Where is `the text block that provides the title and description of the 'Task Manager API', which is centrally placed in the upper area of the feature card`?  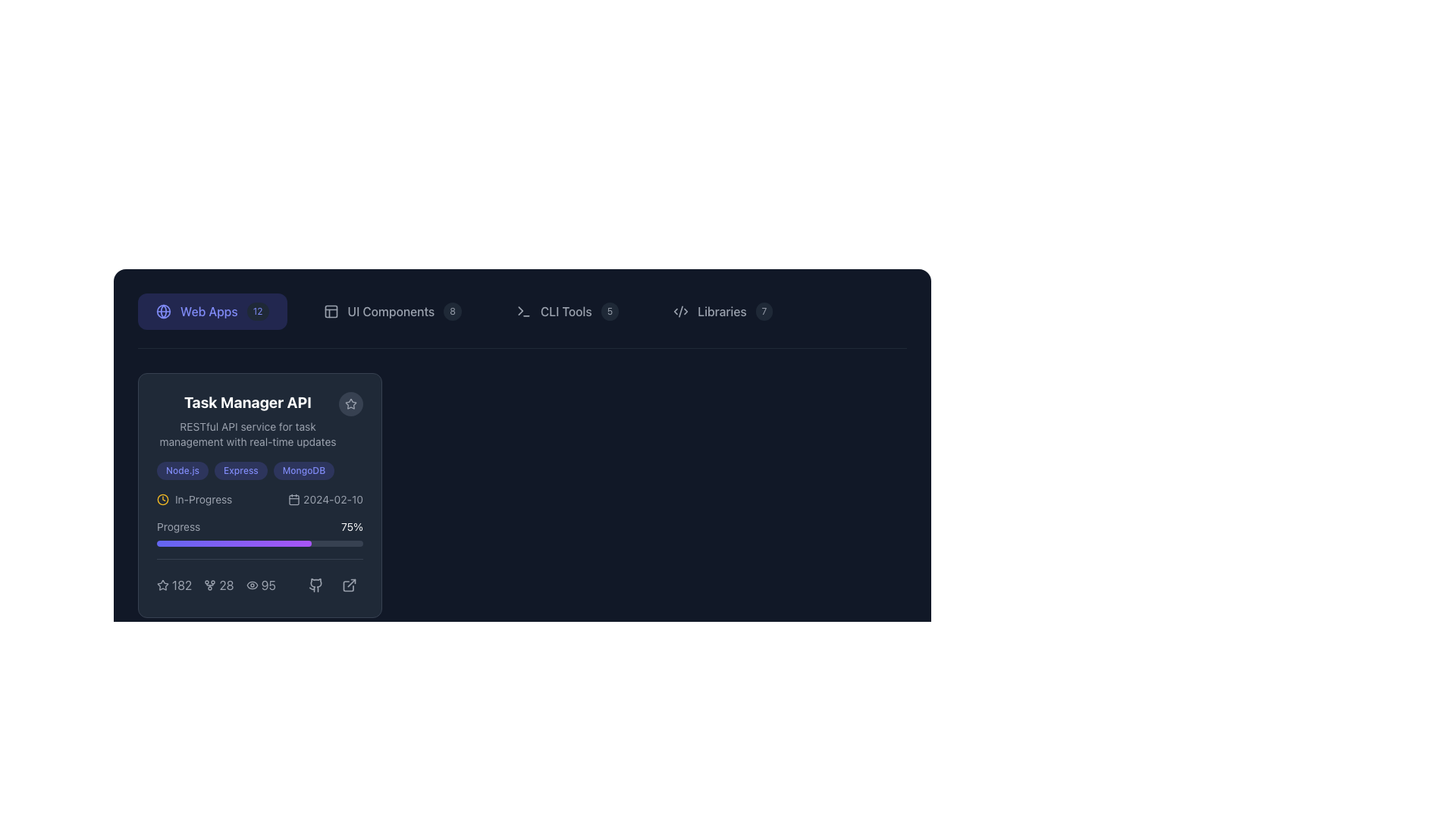
the text block that provides the title and description of the 'Task Manager API', which is centrally placed in the upper area of the feature card is located at coordinates (259, 421).